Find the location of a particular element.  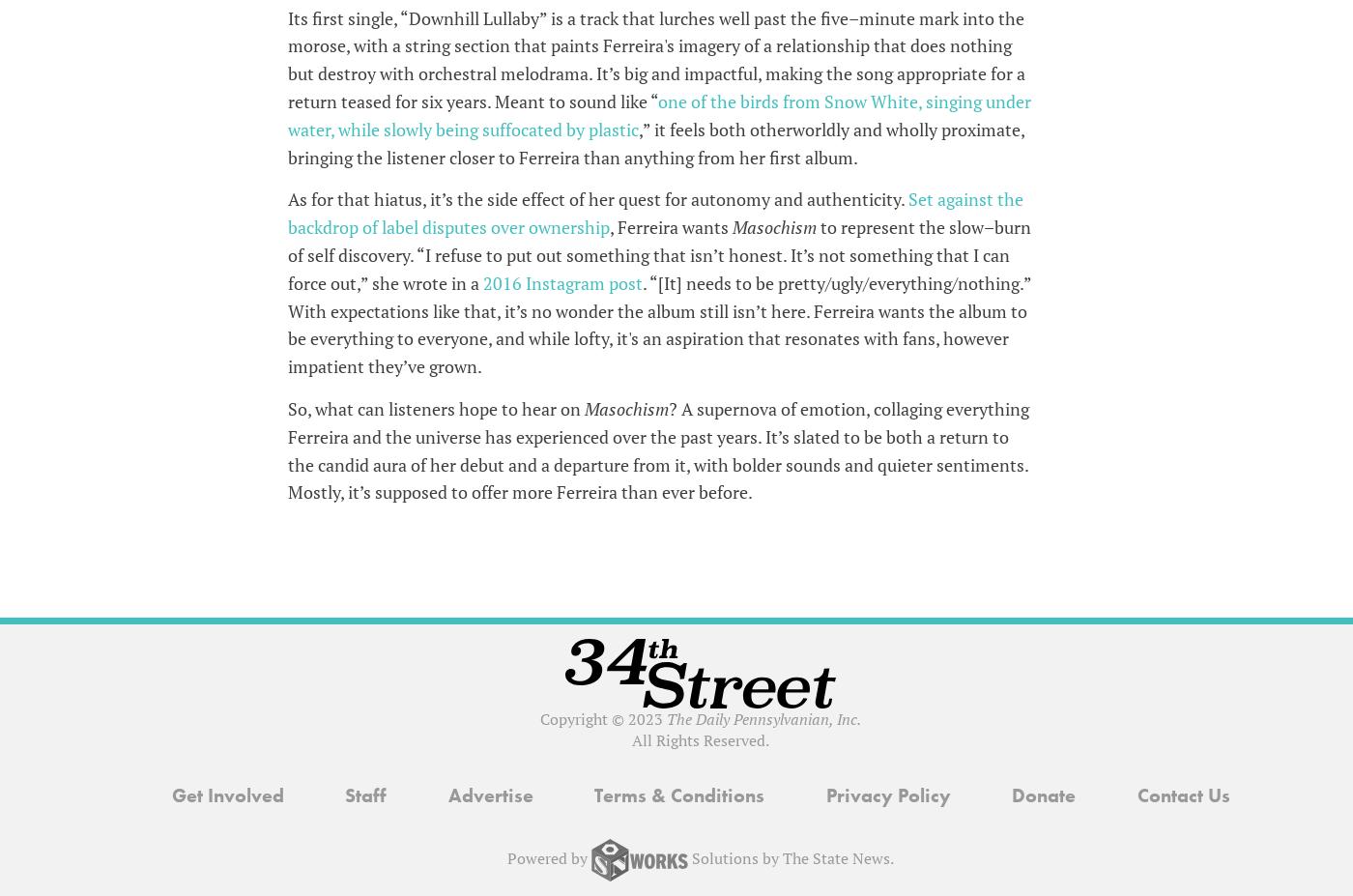

'Set against the backdrop of label disputes over ownership' is located at coordinates (654, 213).